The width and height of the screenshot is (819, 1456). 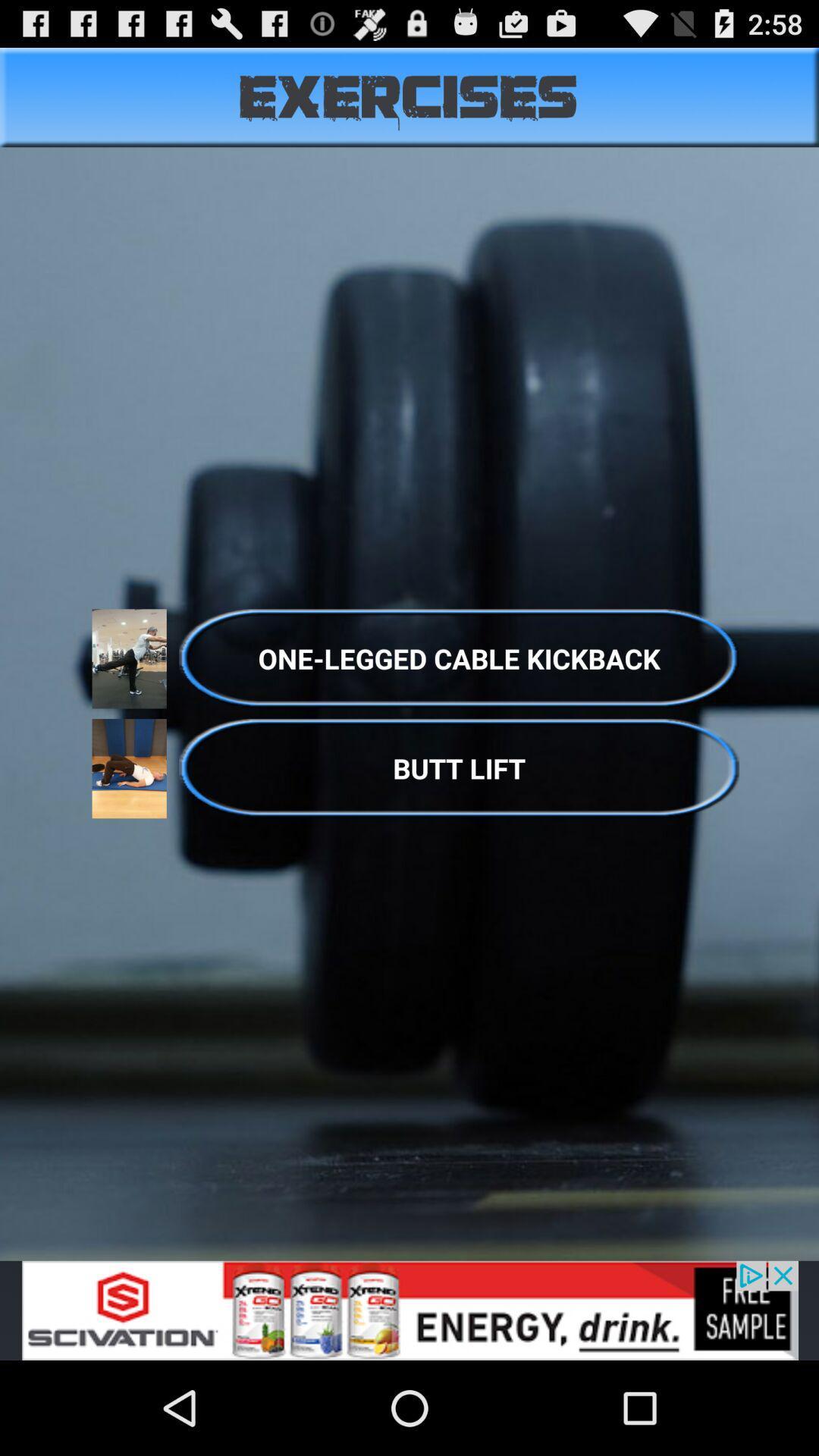 What do you see at coordinates (409, 1310) in the screenshot?
I see `redirects the user to a website` at bounding box center [409, 1310].